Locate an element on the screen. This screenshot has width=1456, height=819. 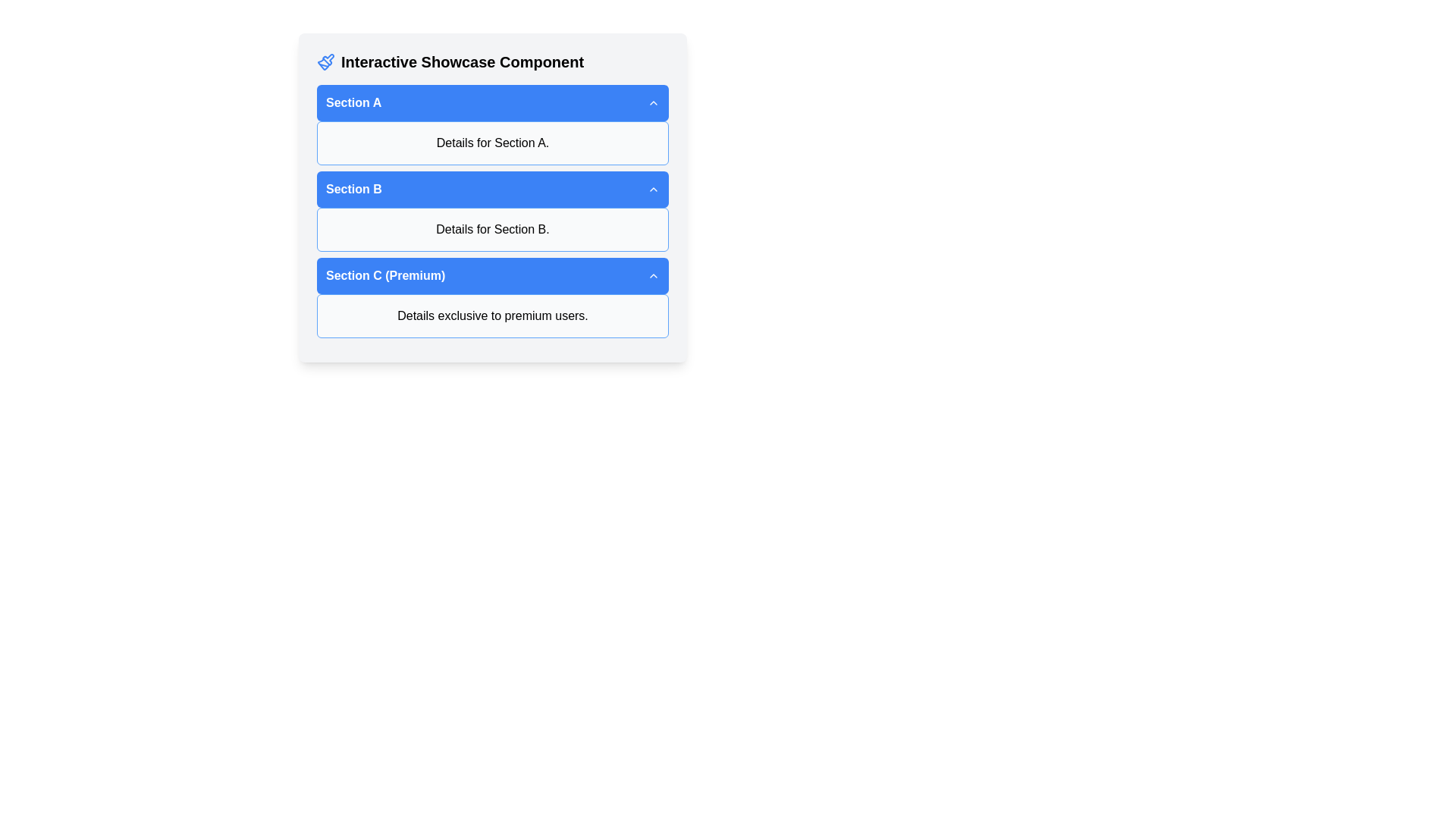
the upward-pointing chevron icon is located at coordinates (654, 275).